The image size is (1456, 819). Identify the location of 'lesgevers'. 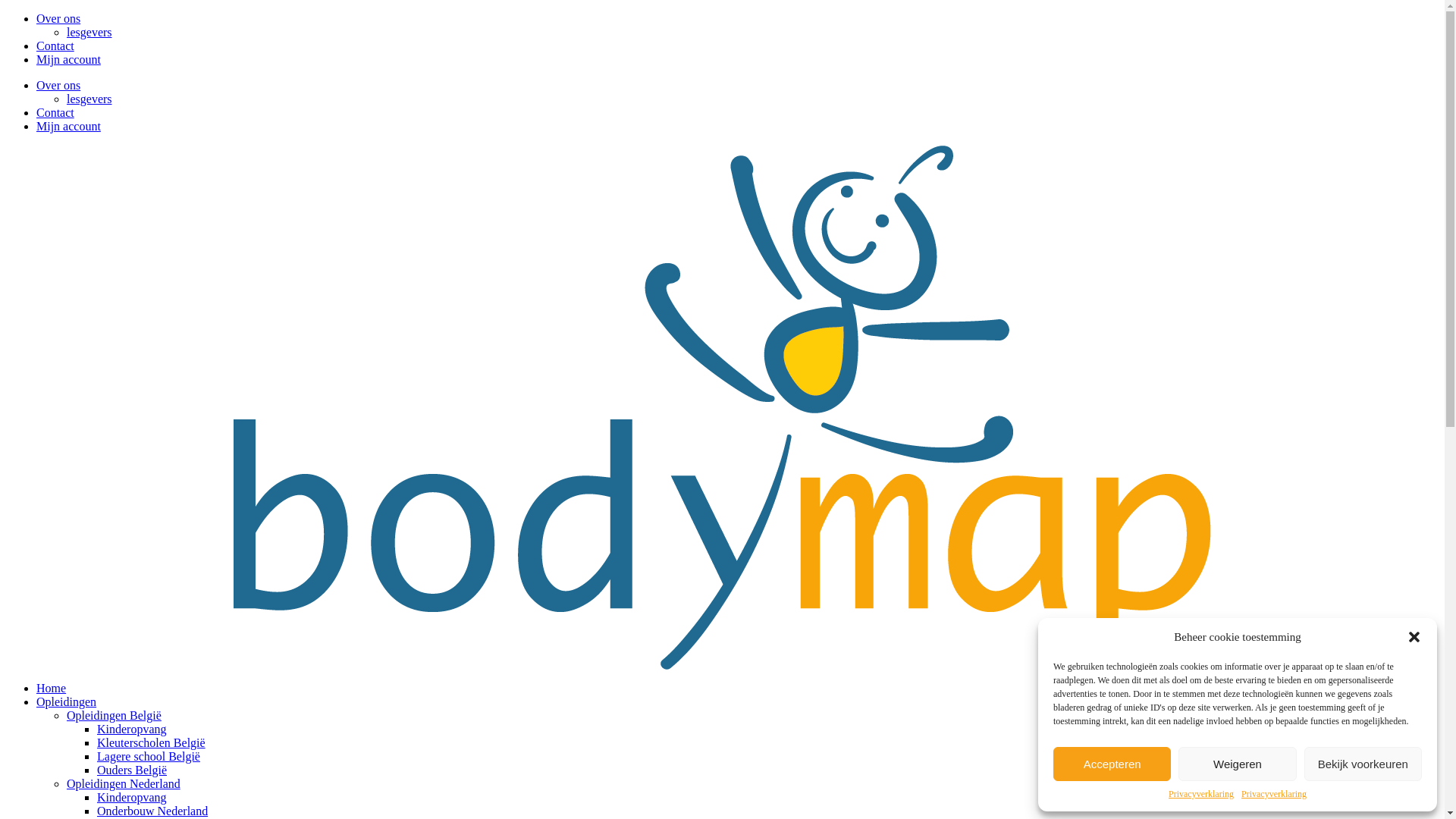
(65, 99).